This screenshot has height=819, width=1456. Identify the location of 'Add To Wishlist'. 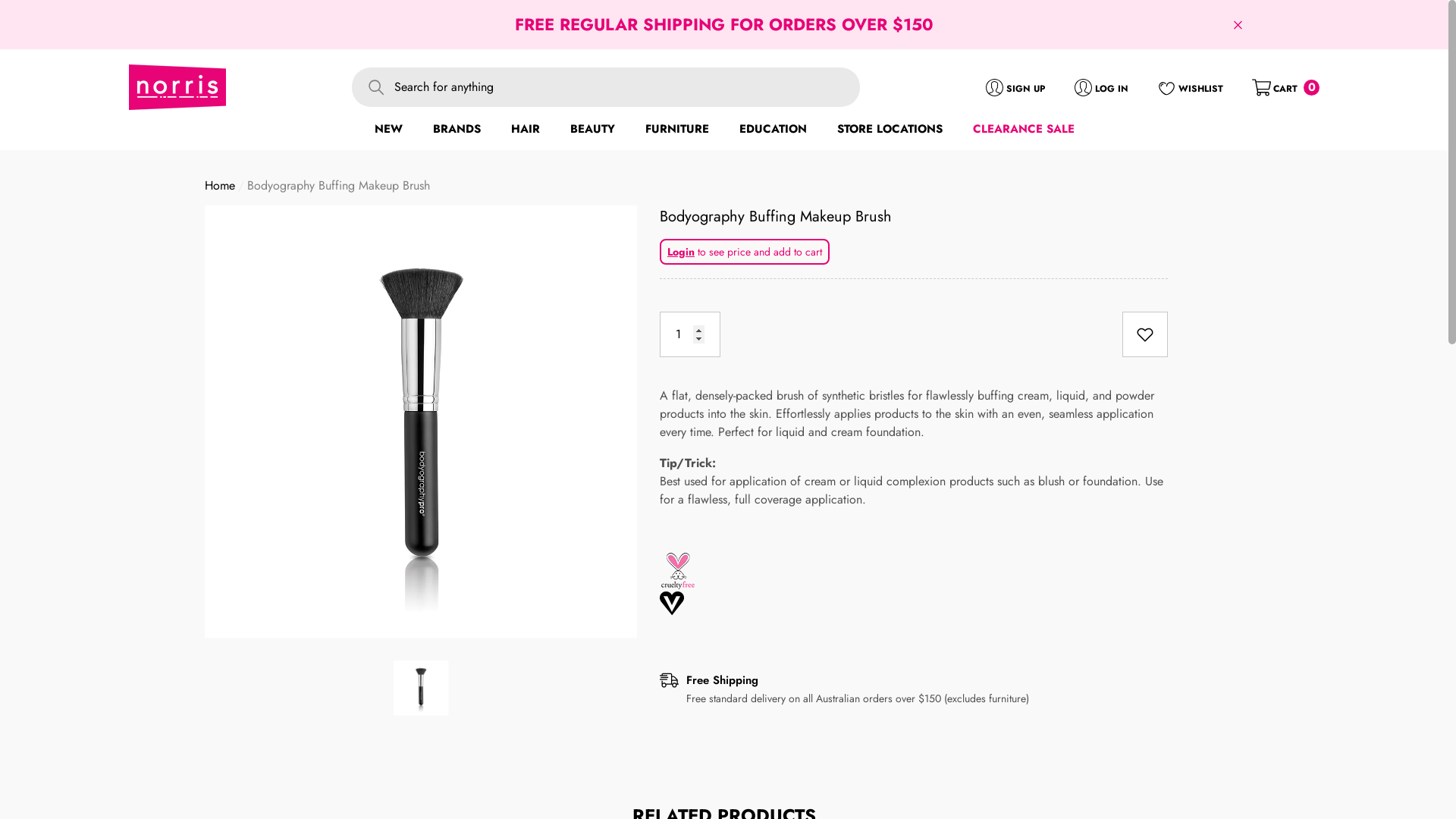
(1145, 332).